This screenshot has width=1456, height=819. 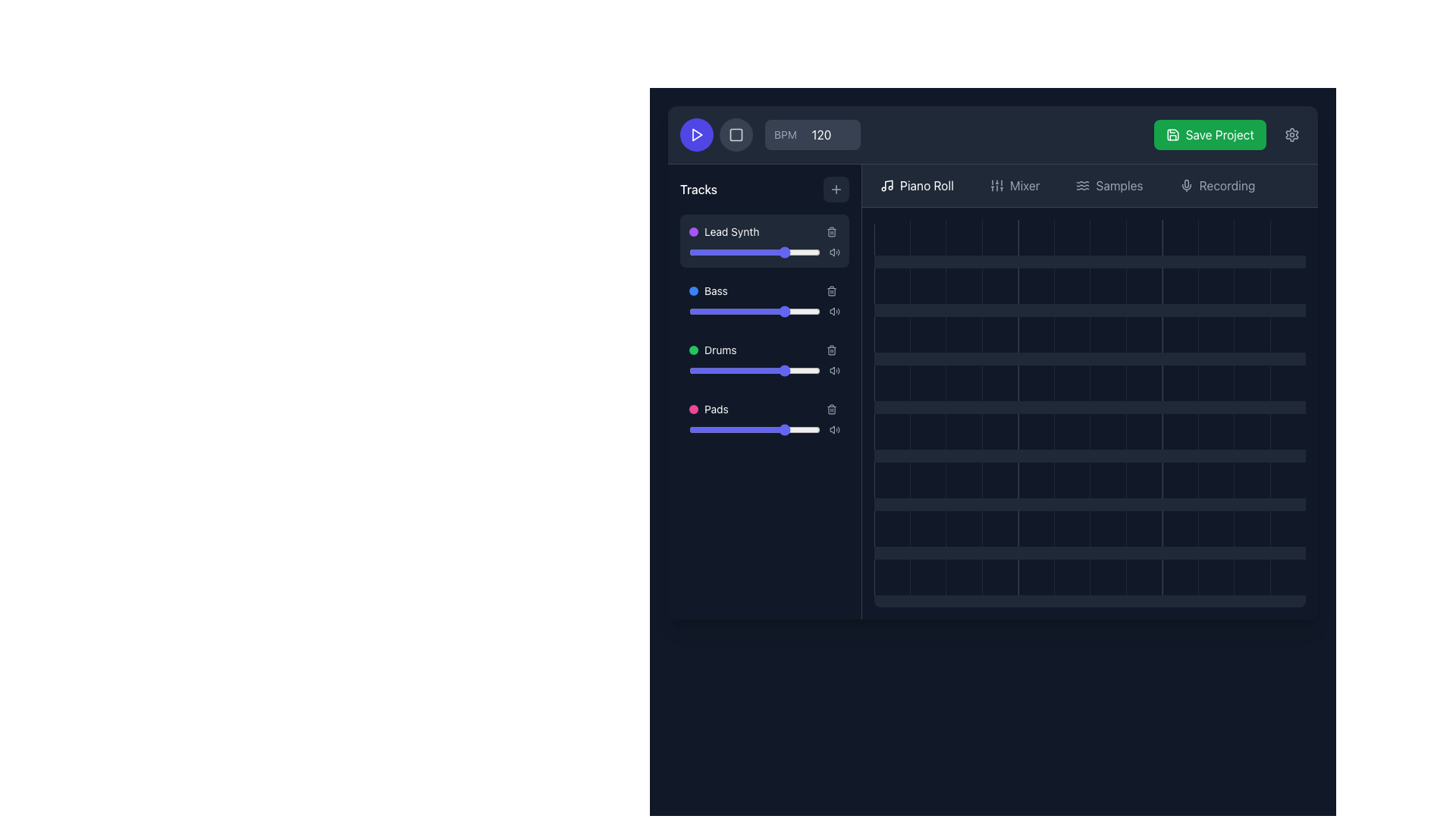 I want to click on the selectable grid cell located in the seventh row and fifth column of the grid layout, so click(x=1252, y=334).